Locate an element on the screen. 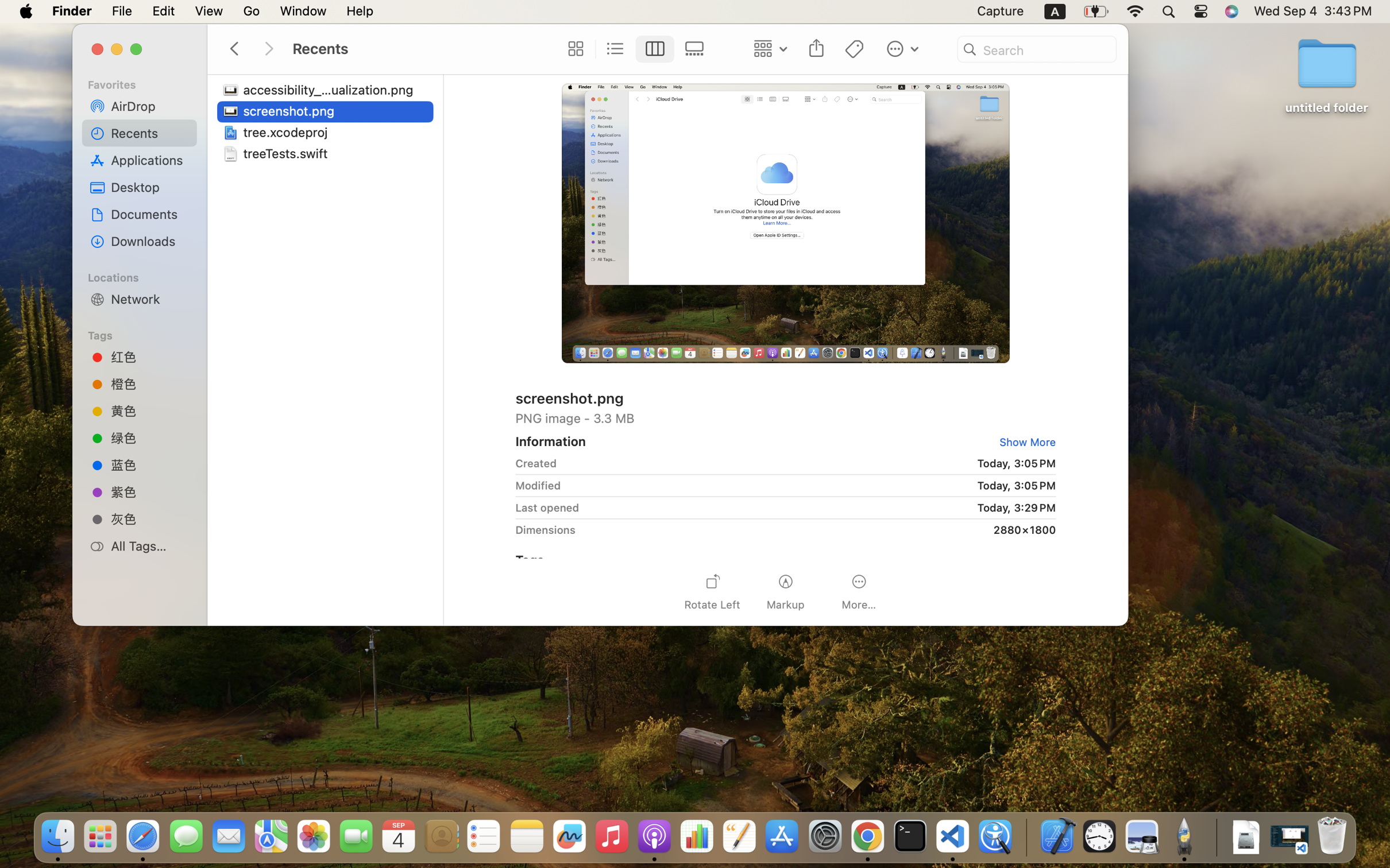  'Favorites' is located at coordinates (144, 83).